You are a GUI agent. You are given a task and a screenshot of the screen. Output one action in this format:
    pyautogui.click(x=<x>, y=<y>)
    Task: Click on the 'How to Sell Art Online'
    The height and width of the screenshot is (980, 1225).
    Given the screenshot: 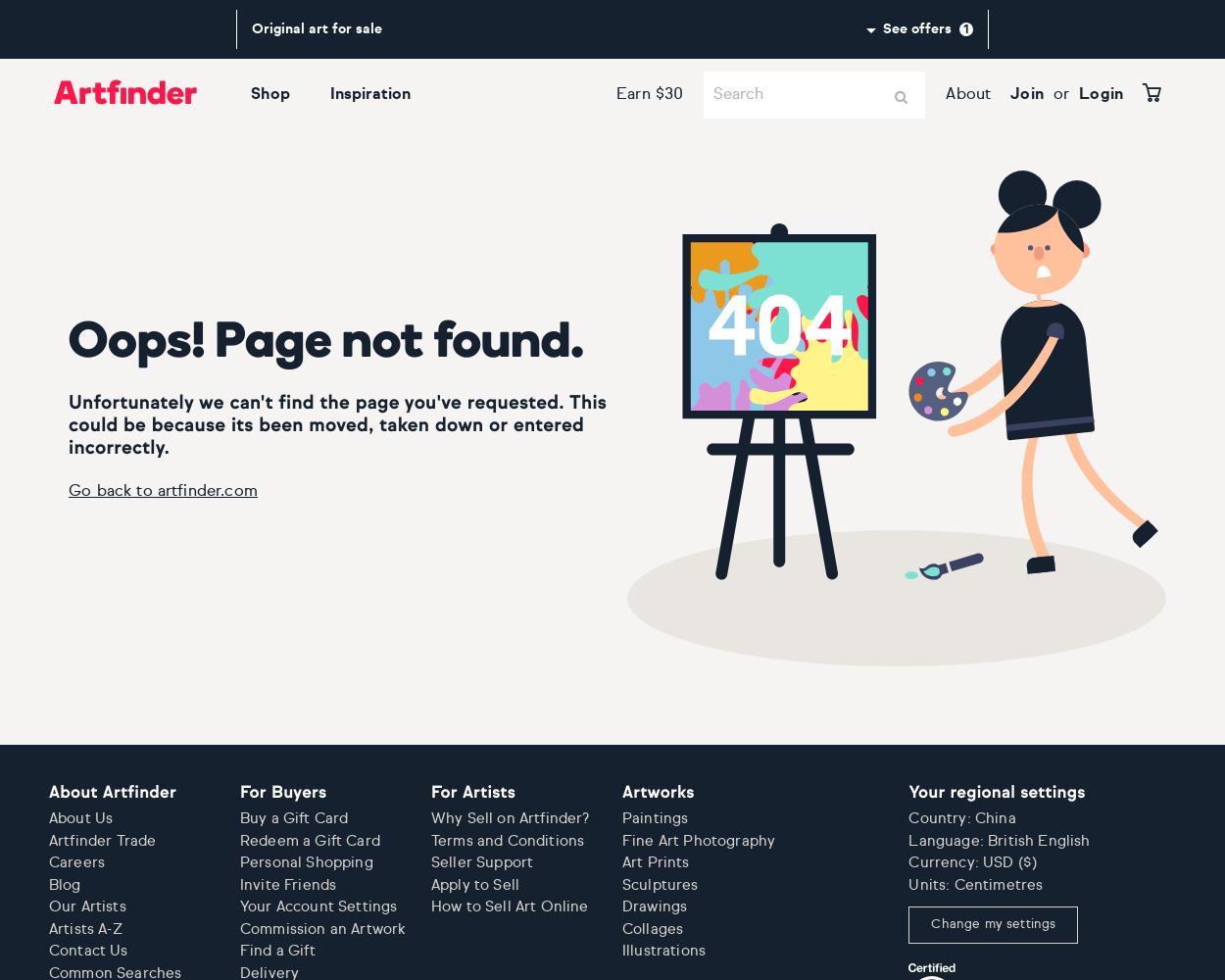 What is the action you would take?
    pyautogui.click(x=510, y=906)
    